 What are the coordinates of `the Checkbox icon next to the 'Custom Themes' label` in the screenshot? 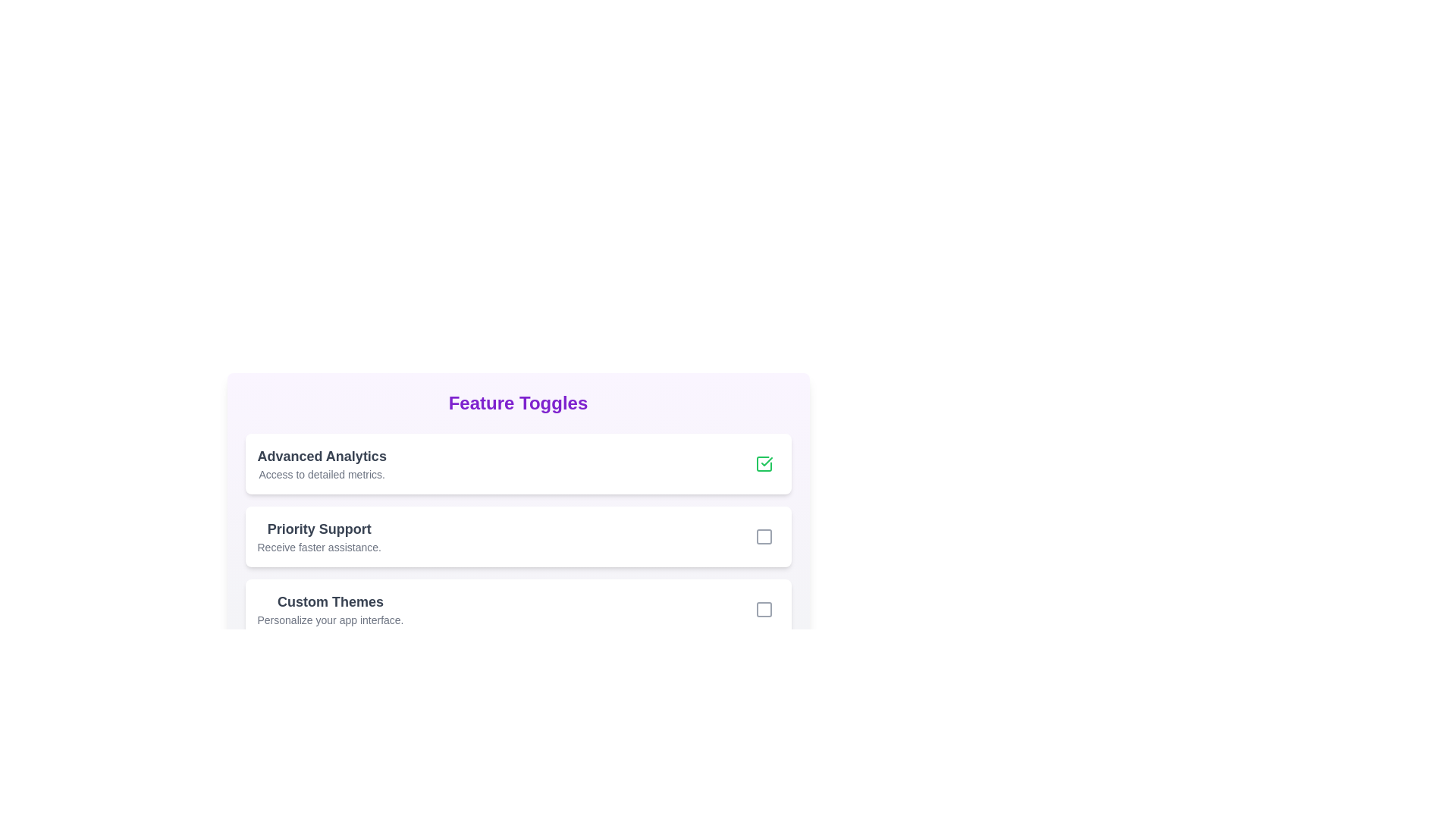 It's located at (764, 608).